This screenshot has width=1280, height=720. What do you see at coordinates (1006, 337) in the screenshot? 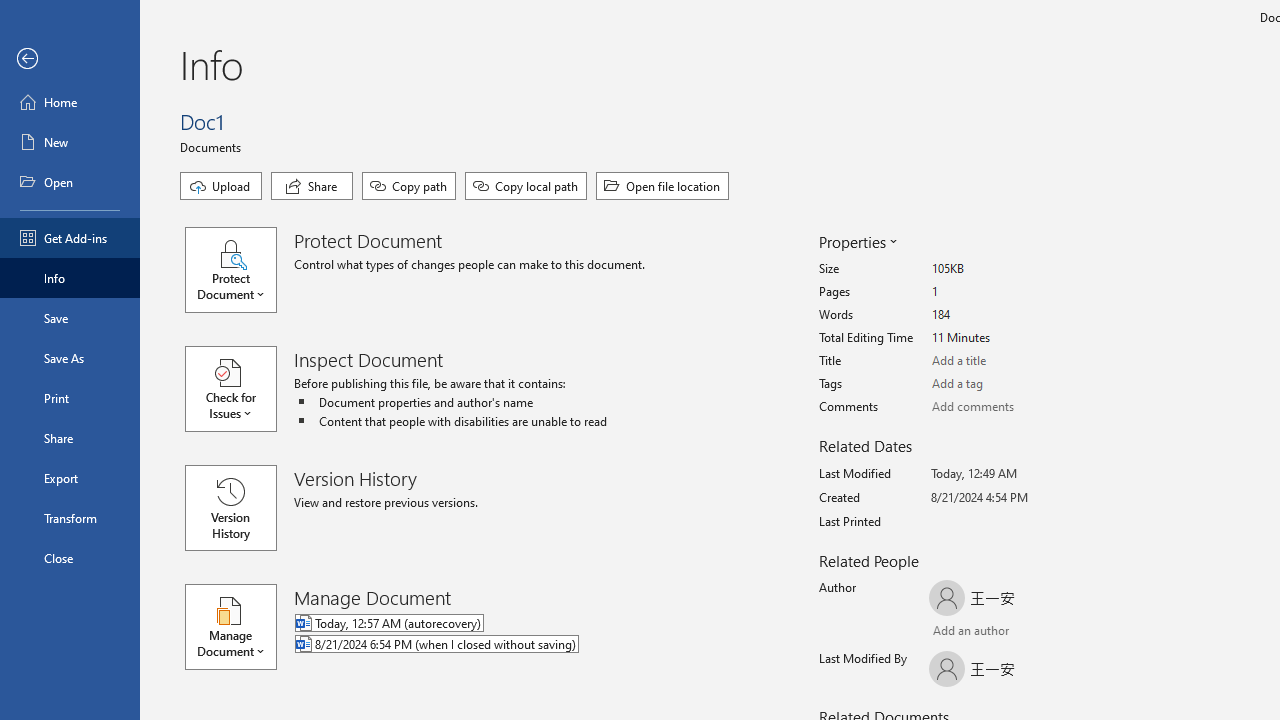
I see `'Total Editing Time'` at bounding box center [1006, 337].